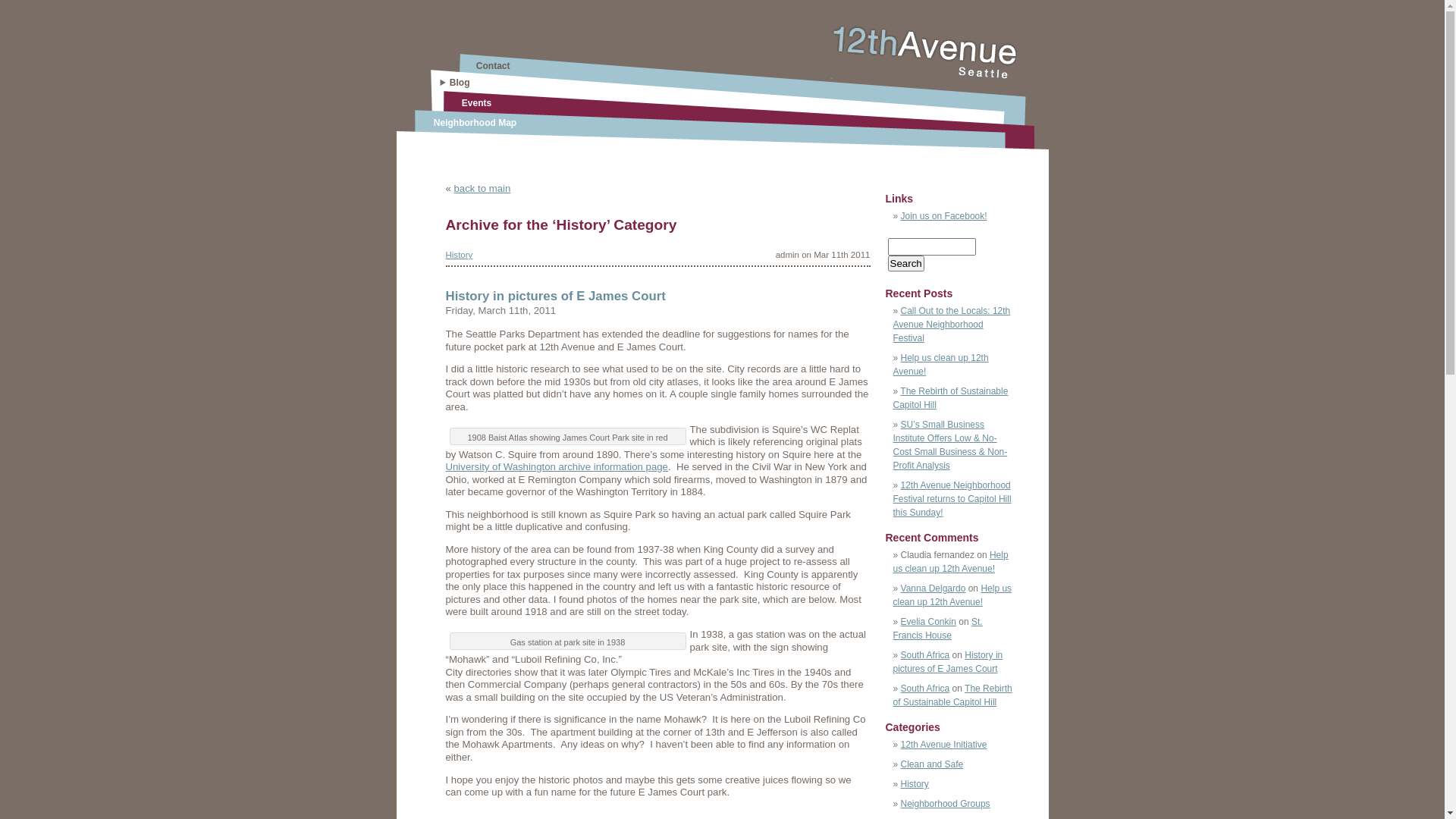 This screenshot has width=1456, height=819. Describe the element at coordinates (901, 654) in the screenshot. I see `'South Africa'` at that location.